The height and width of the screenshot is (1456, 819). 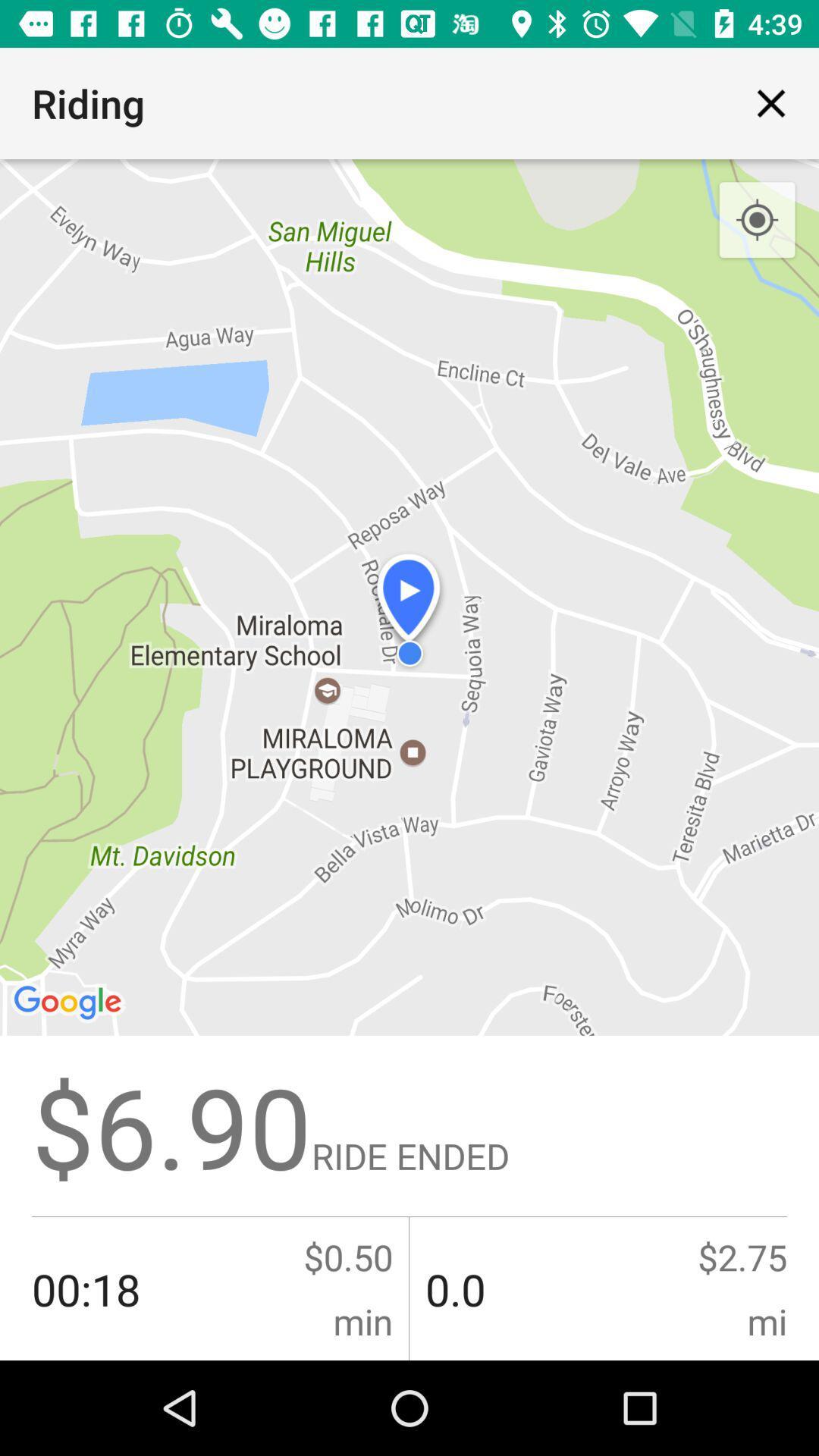 I want to click on the icon to the right of riding, so click(x=771, y=102).